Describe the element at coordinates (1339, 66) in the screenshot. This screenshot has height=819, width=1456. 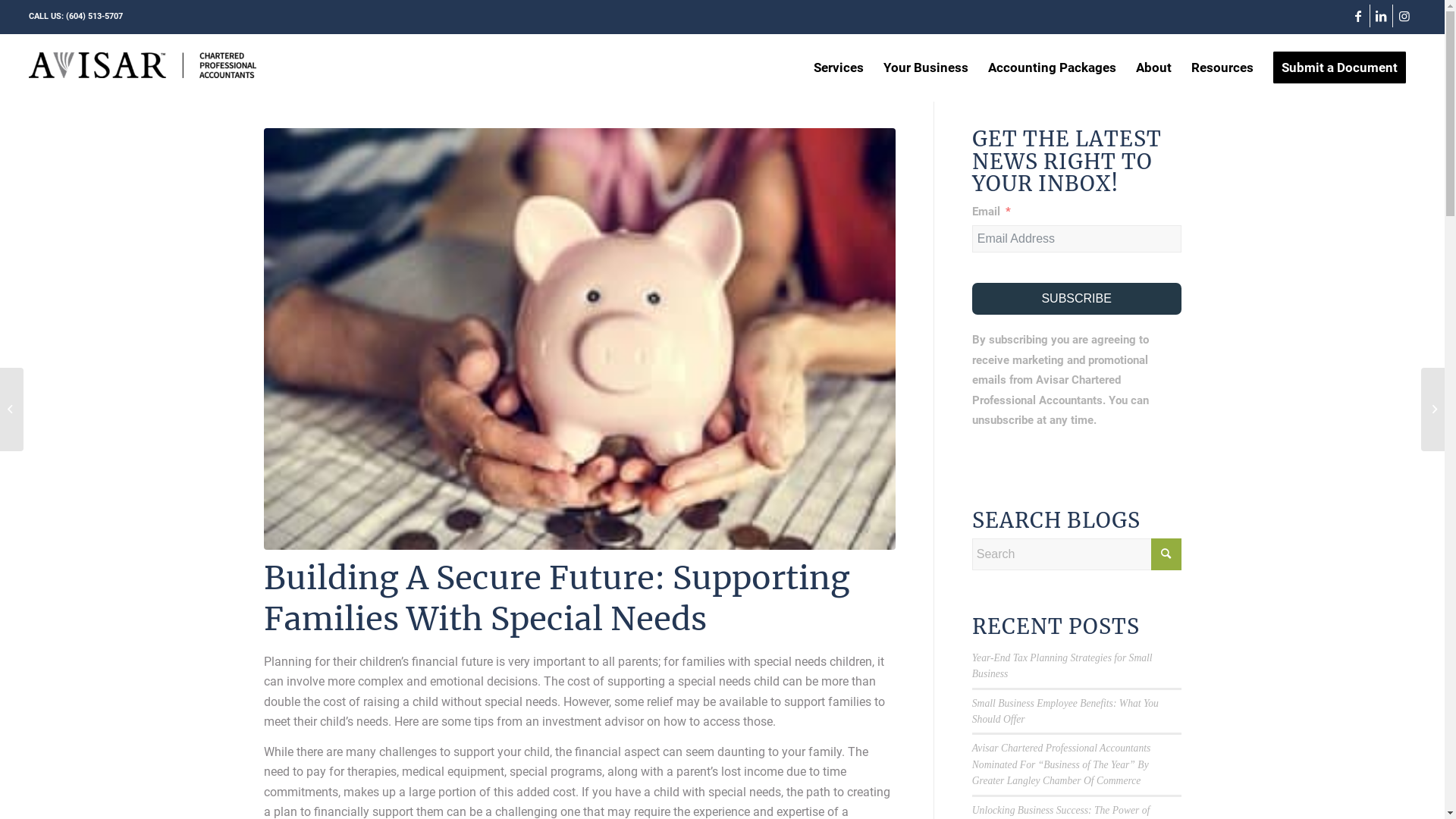
I see `'Submit a Document'` at that location.